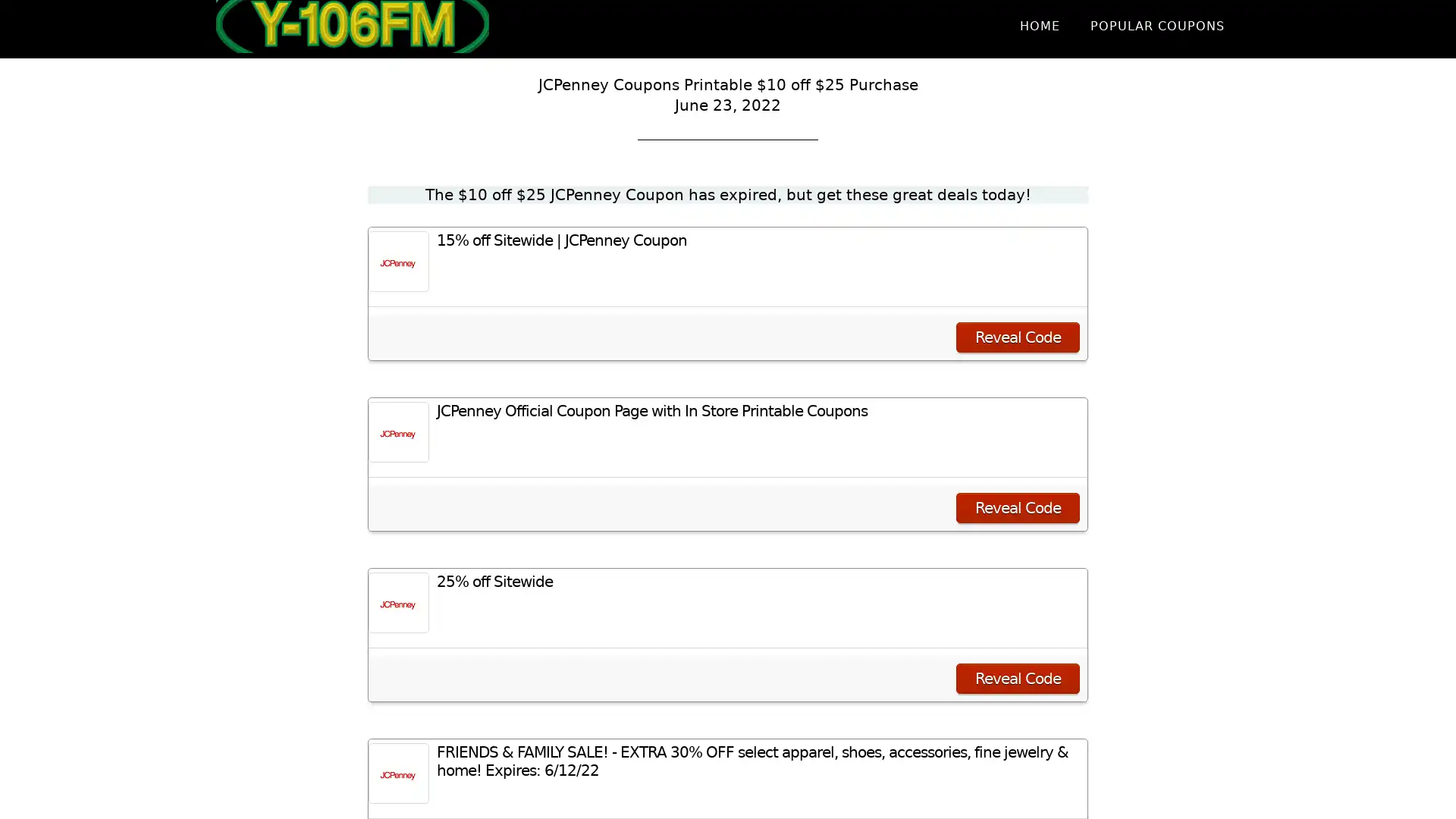 This screenshot has height=819, width=1456. I want to click on Reveal Code, so click(1018, 508).